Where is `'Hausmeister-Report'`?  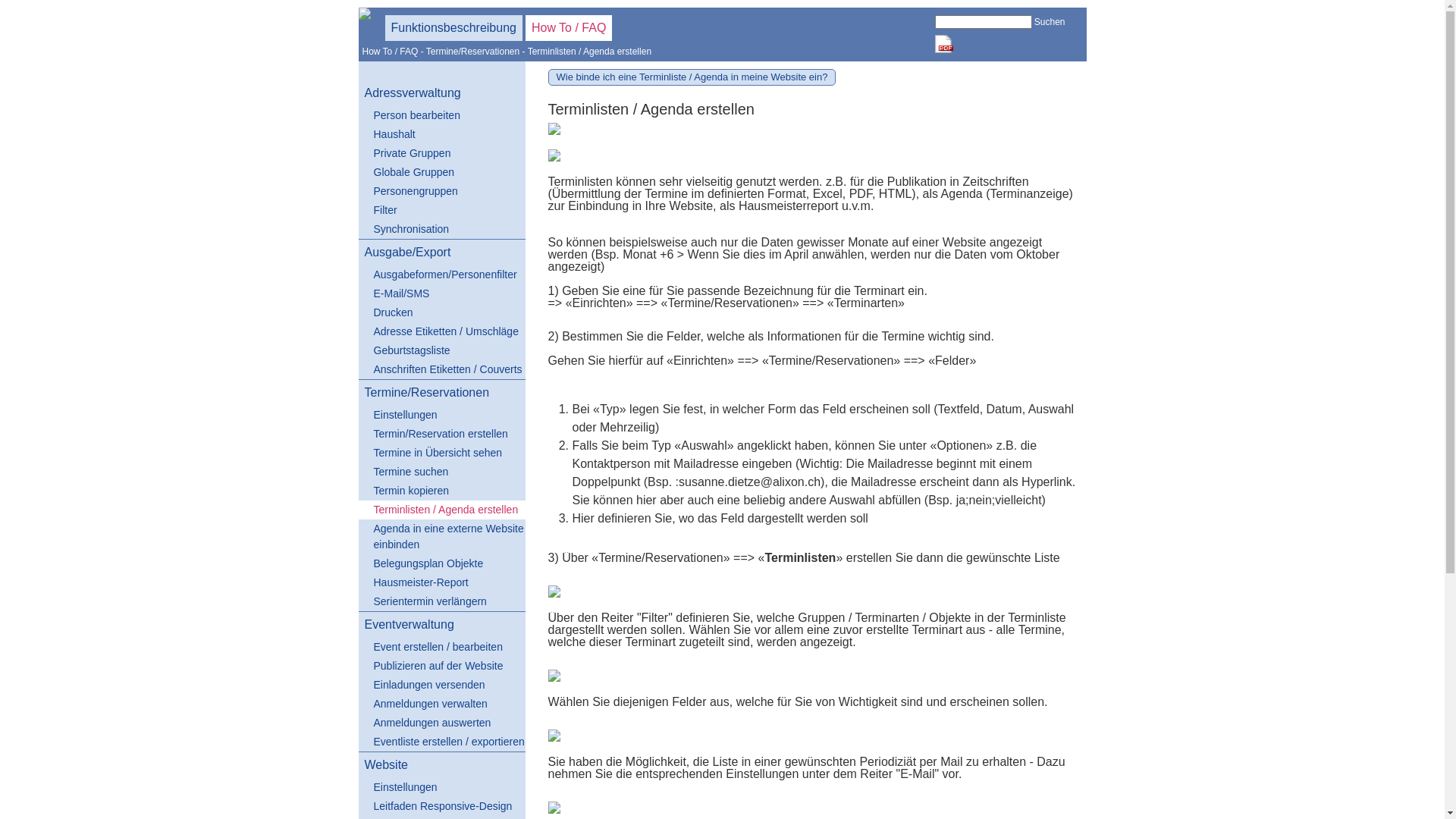 'Hausmeister-Report' is located at coordinates (440, 582).